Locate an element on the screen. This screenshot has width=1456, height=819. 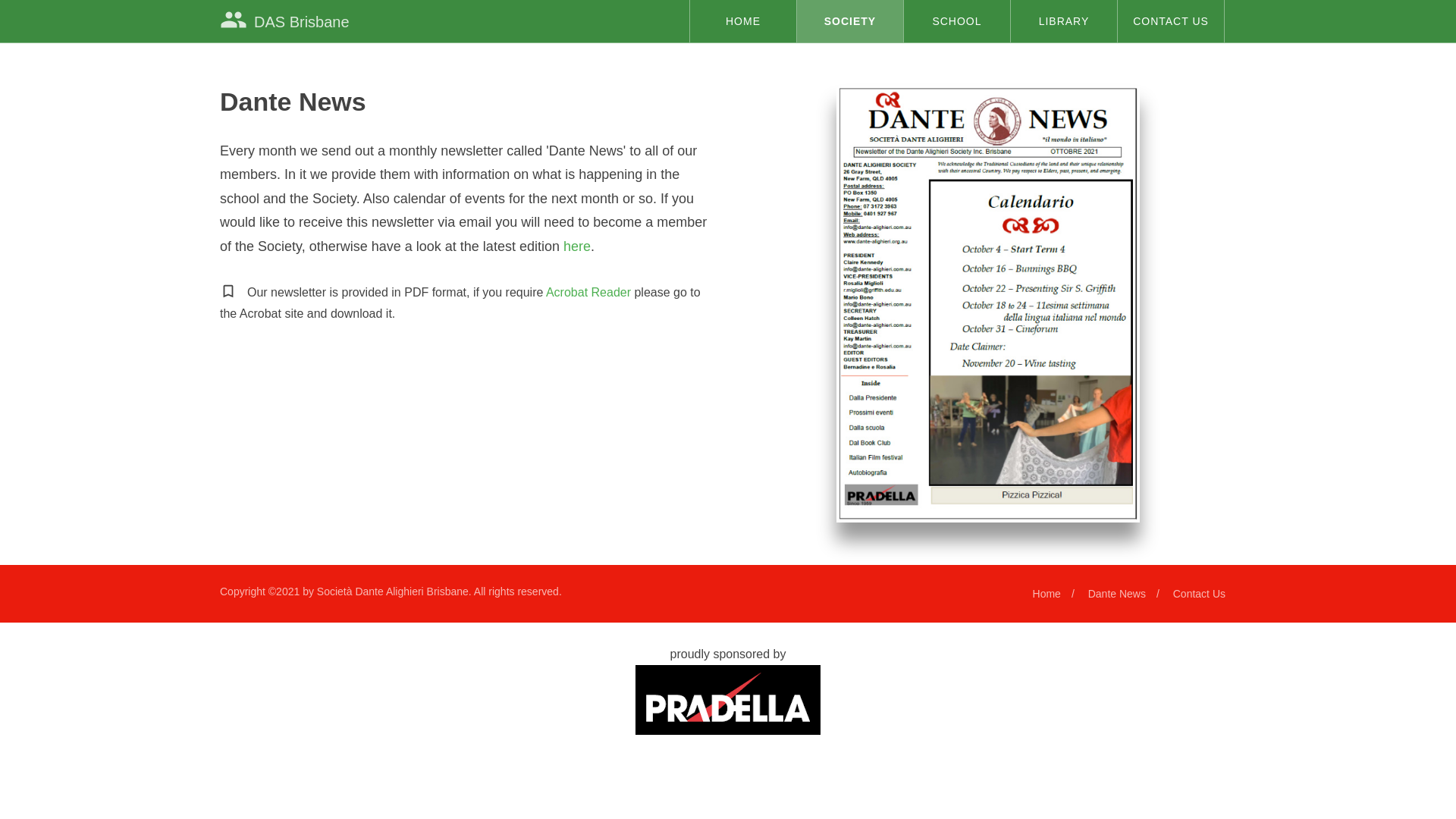
'SCHOOL' is located at coordinates (956, 20).